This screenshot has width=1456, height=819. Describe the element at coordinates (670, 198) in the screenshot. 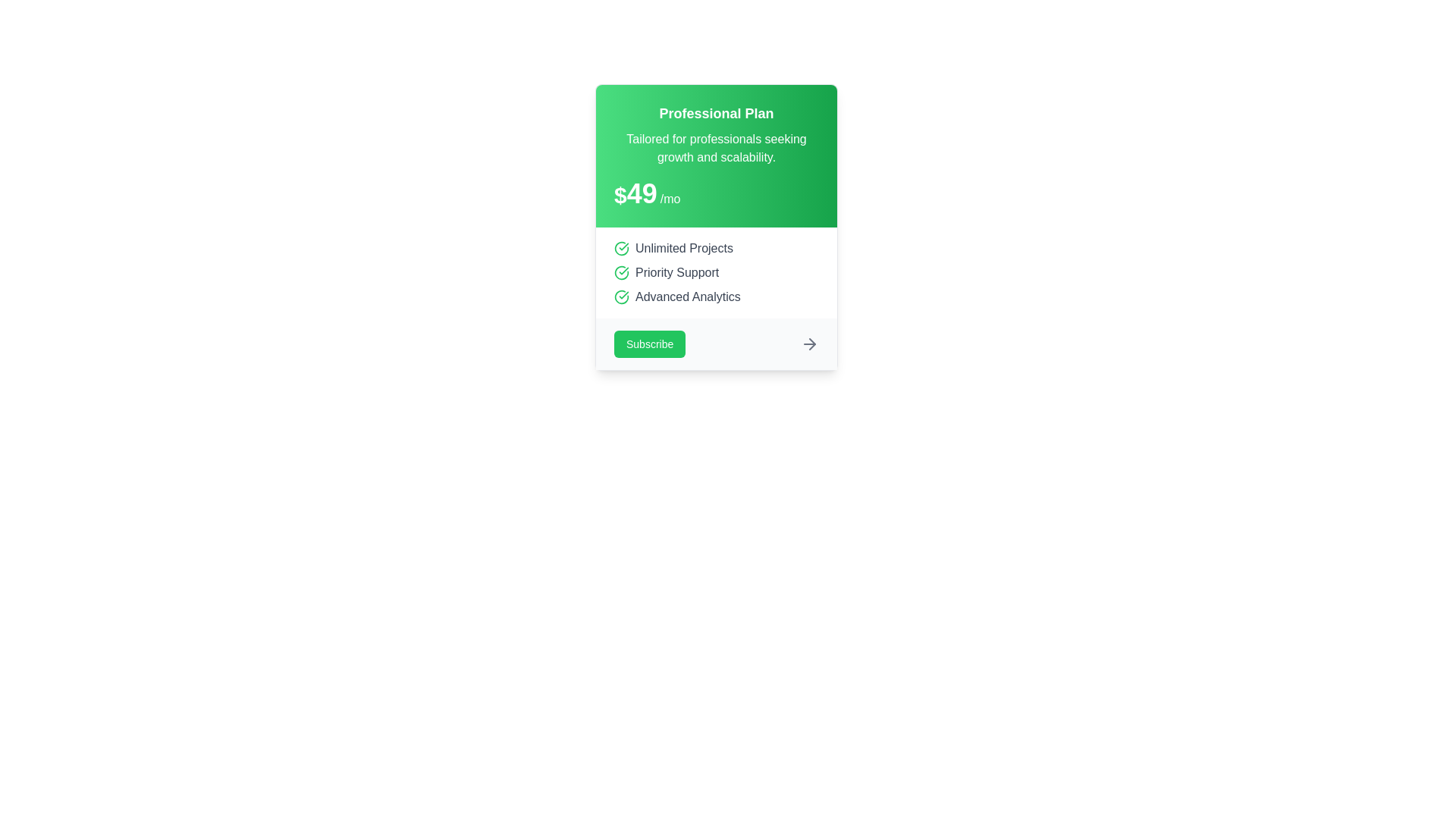

I see `the text label displaying '/mo', which is rendered in white on a green background and is positioned to the right of the price '49' in the professional plan card` at that location.